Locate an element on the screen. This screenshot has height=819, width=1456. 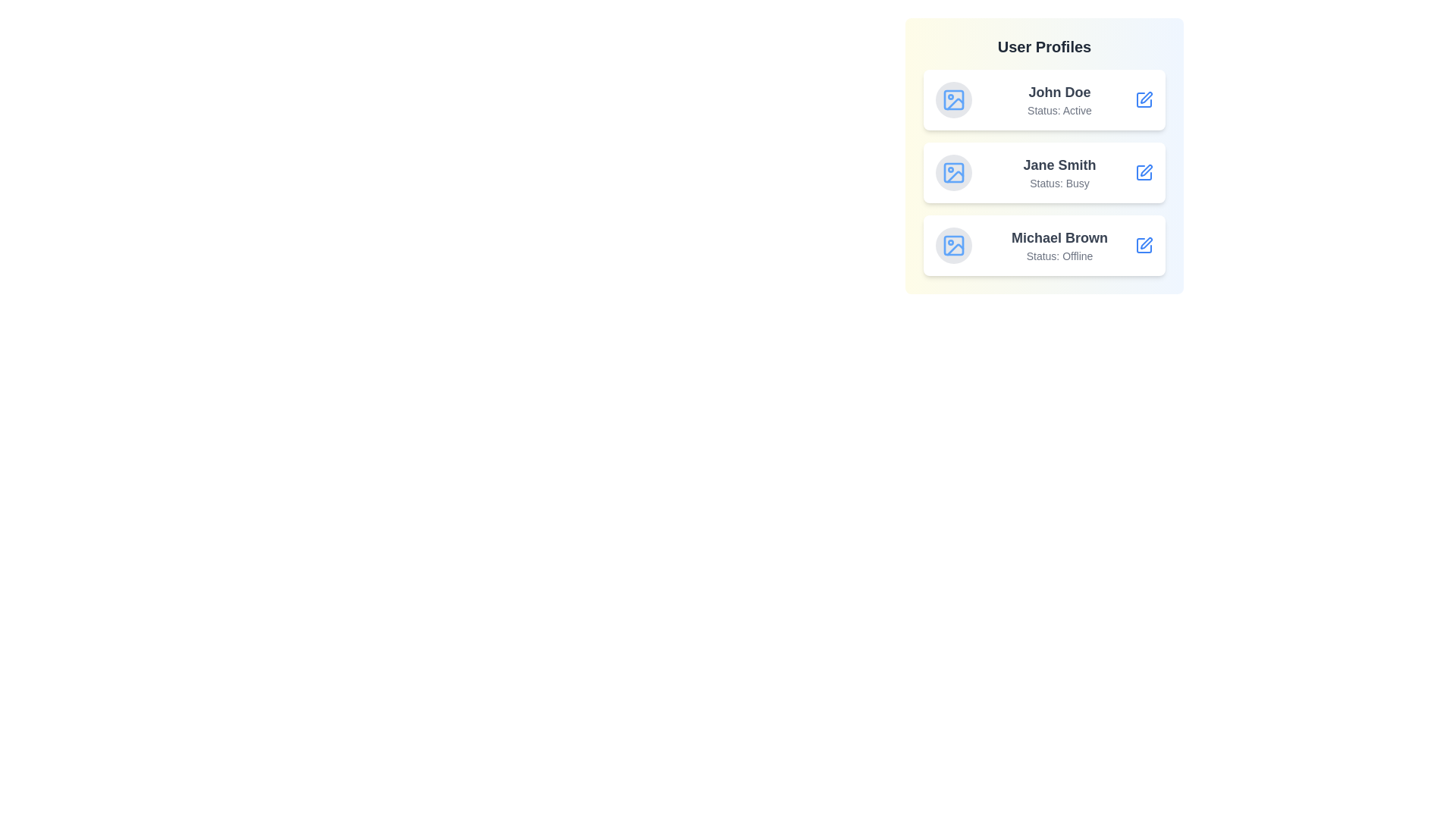
the profile view button for Michael Brown is located at coordinates (1144, 245).